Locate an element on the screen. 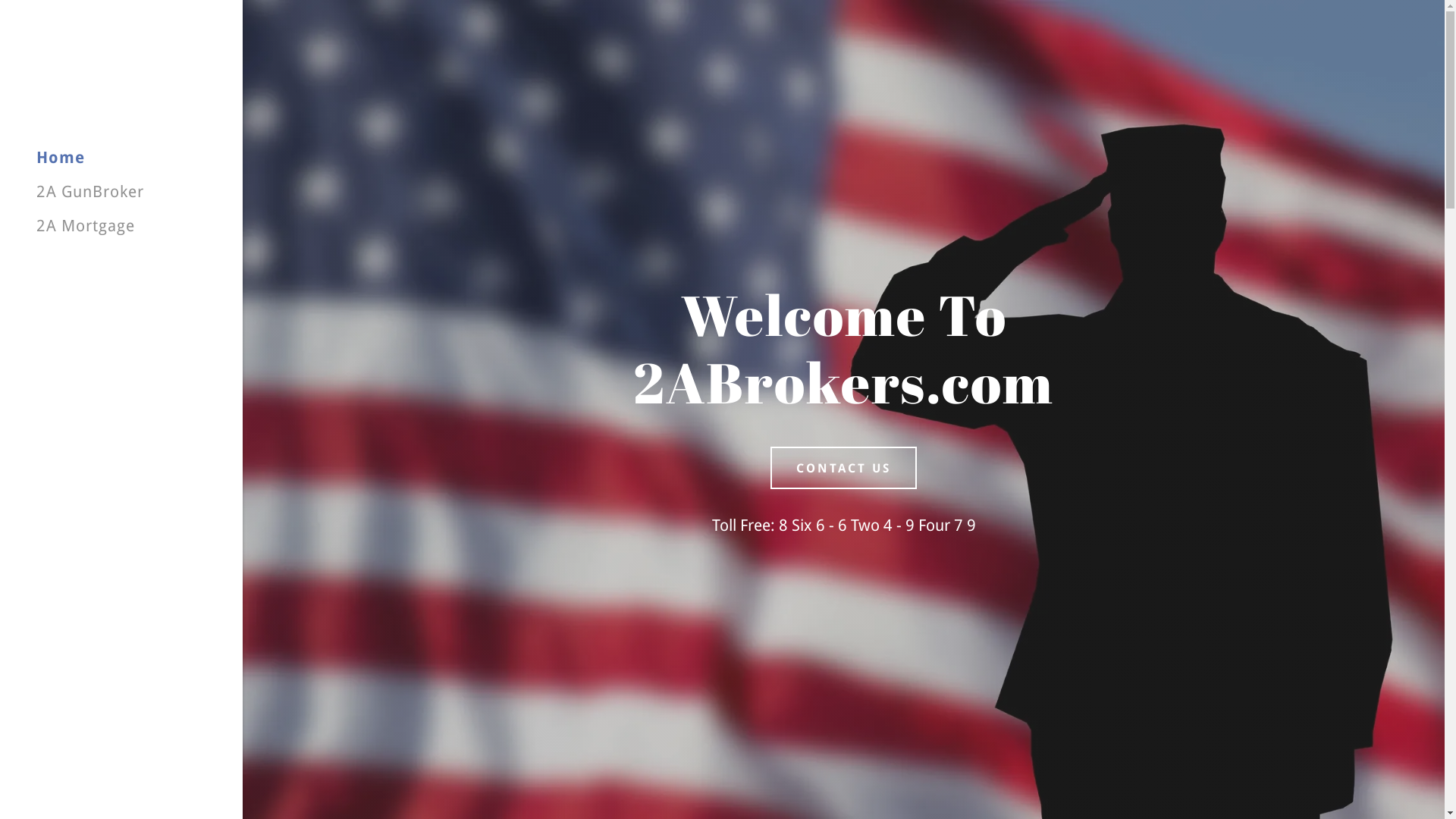 The height and width of the screenshot is (819, 1456). '2A GunBroker' is located at coordinates (89, 190).